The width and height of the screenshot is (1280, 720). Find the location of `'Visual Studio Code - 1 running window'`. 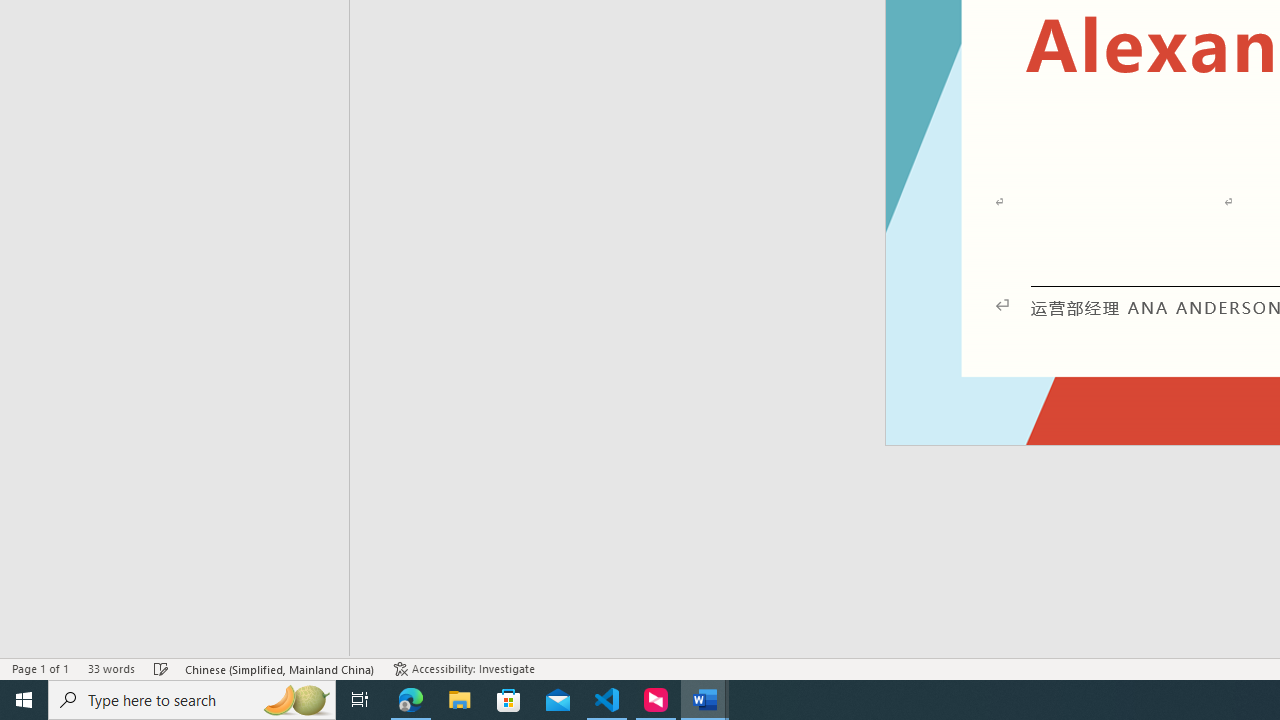

'Visual Studio Code - 1 running window' is located at coordinates (606, 698).